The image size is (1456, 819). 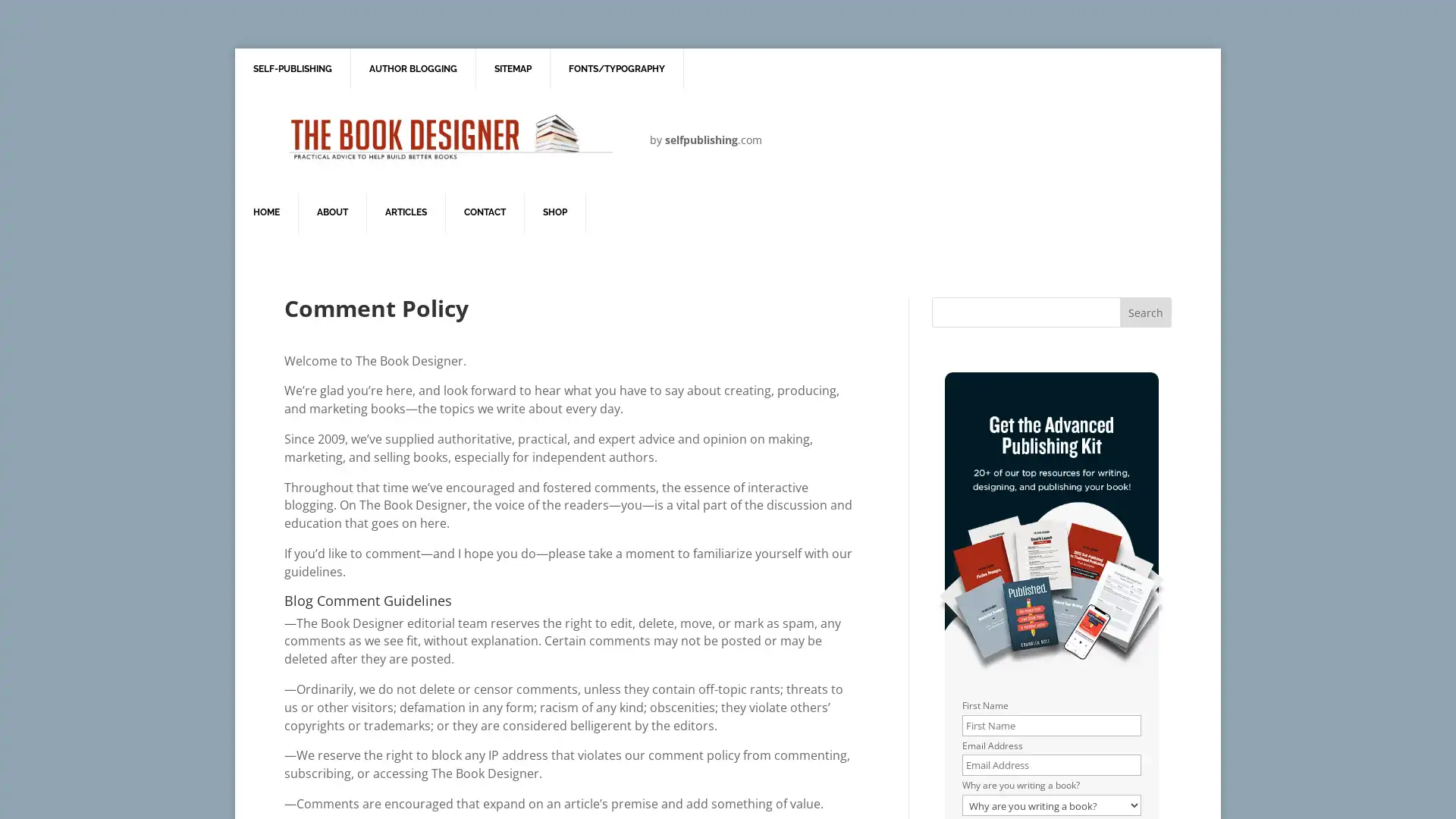 What do you see at coordinates (1145, 312) in the screenshot?
I see `Search` at bounding box center [1145, 312].